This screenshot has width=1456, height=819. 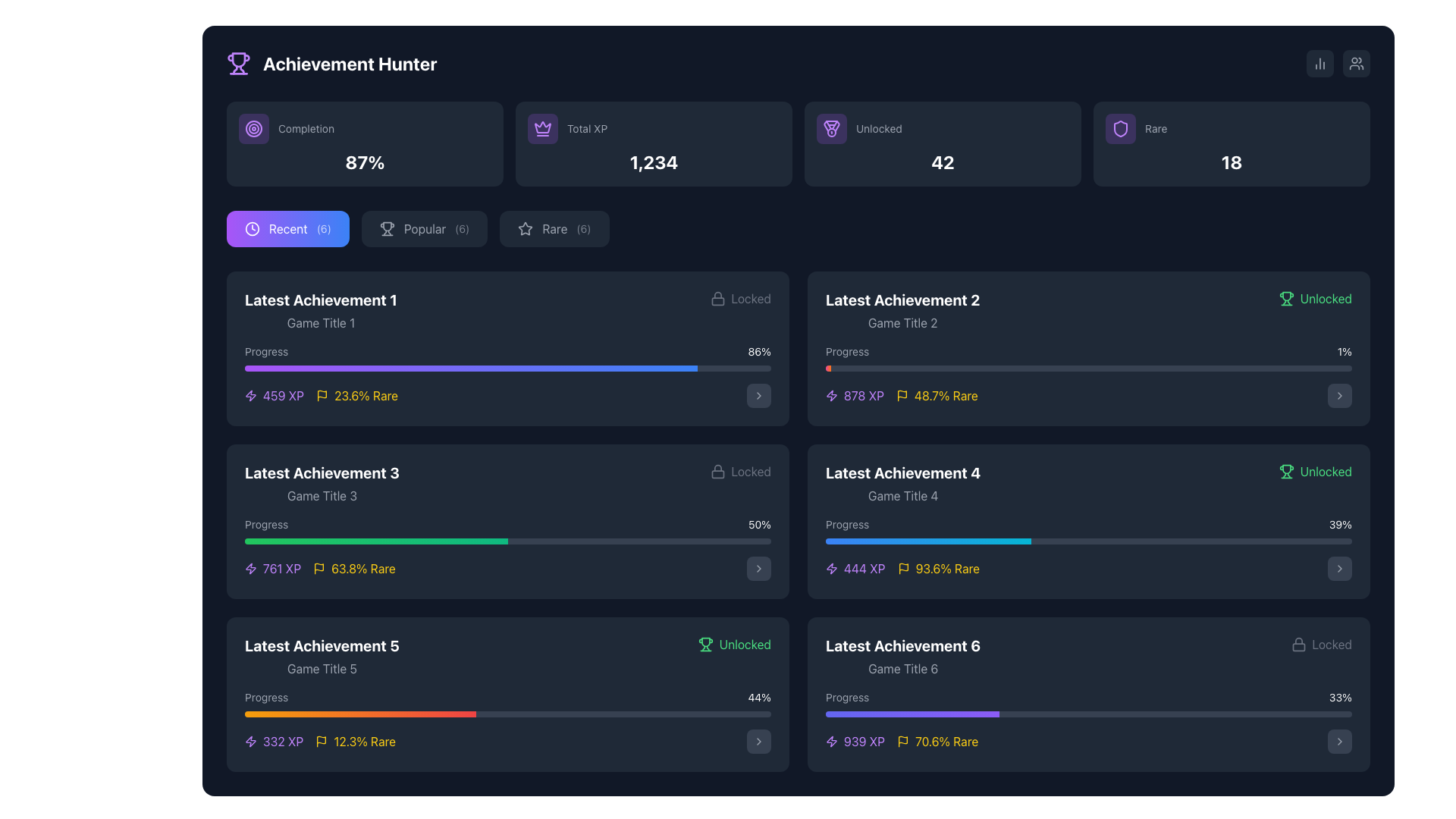 What do you see at coordinates (266, 698) in the screenshot?
I see `Text label indicating progress metrics located at the top left of the 'Latest Achievement 5' card, above the progress bar and to the left of the numerical progress percentage` at bounding box center [266, 698].